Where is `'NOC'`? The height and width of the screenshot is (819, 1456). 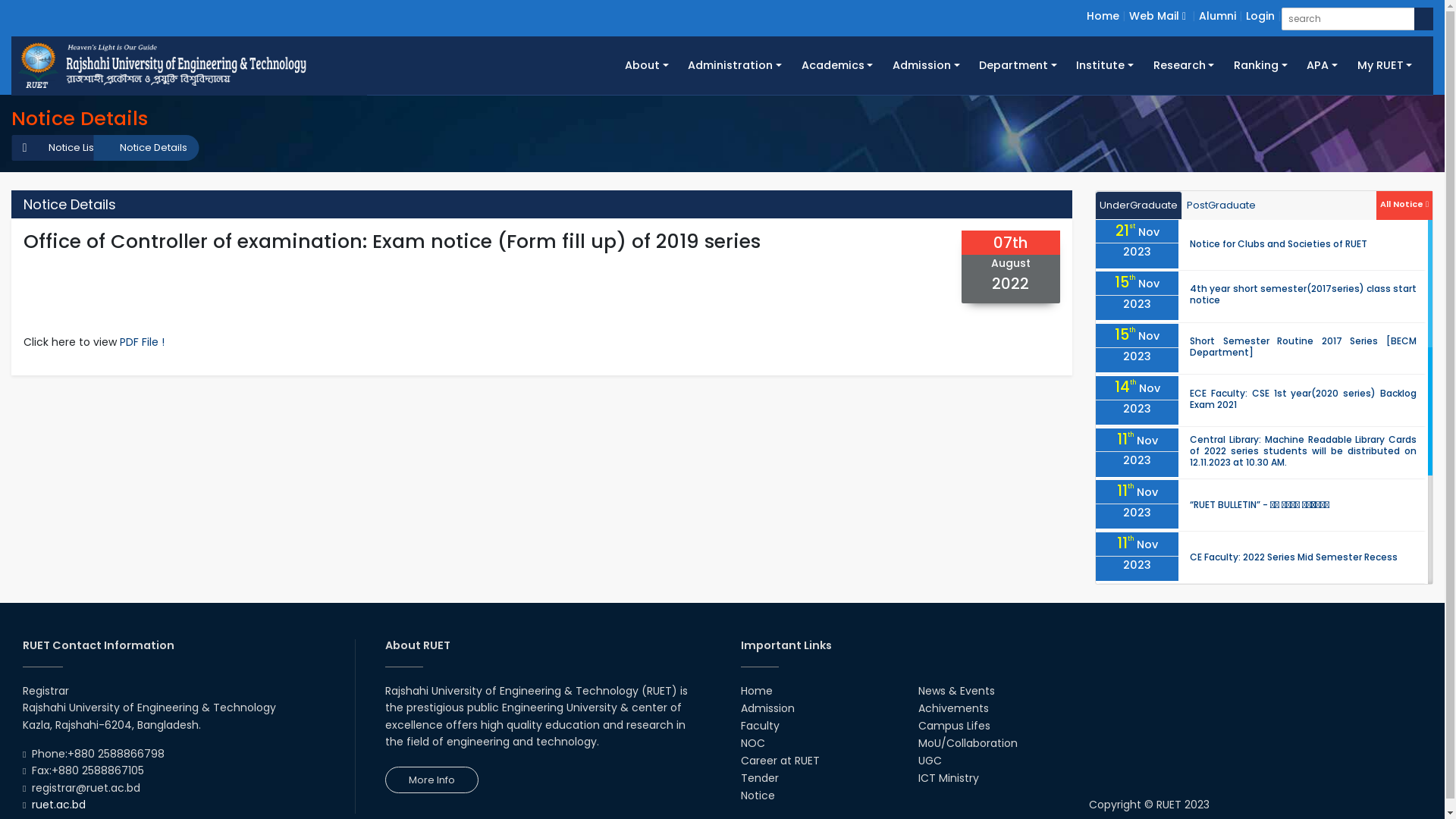 'NOC' is located at coordinates (752, 742).